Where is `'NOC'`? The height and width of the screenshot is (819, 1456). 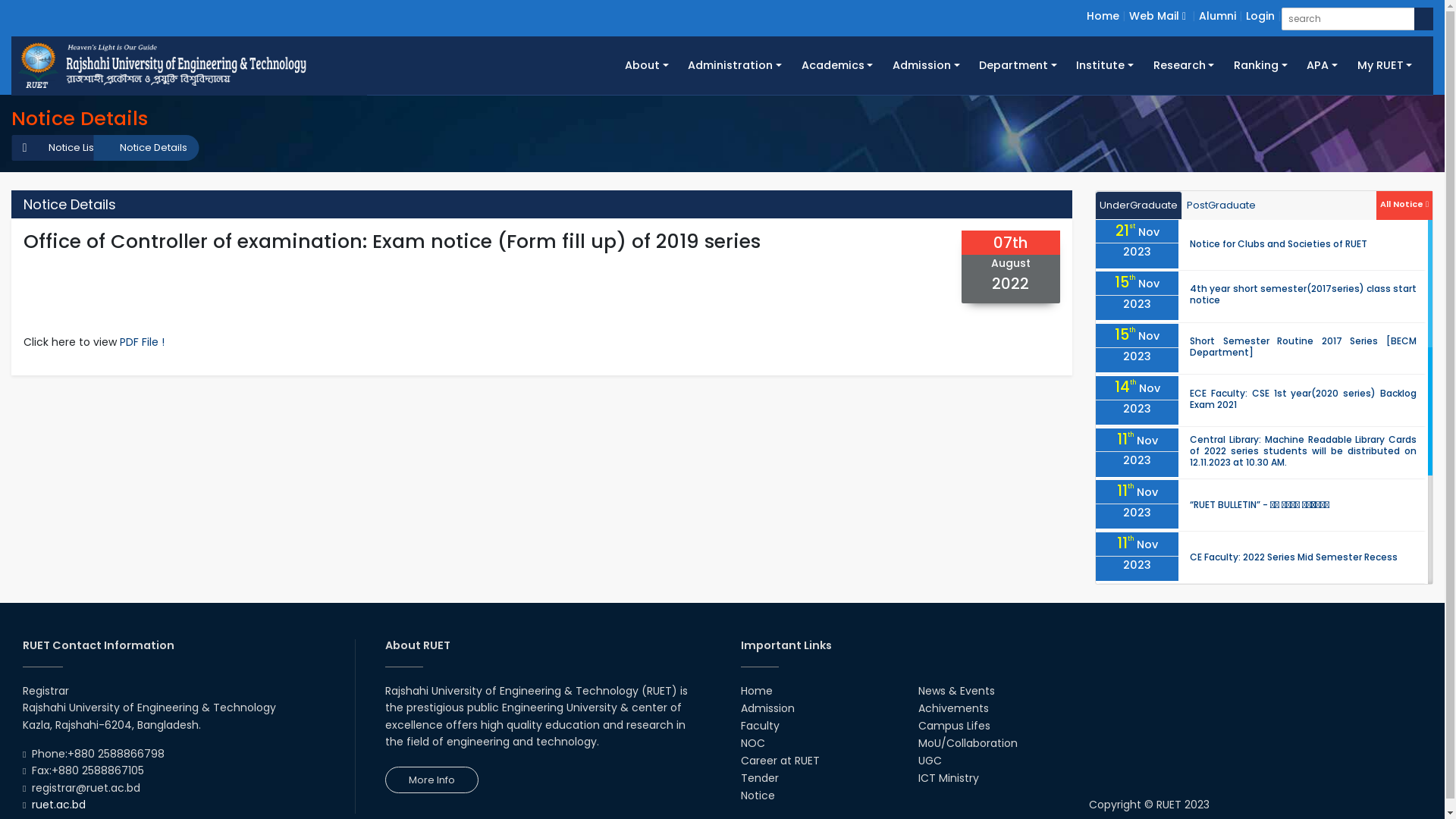 'NOC' is located at coordinates (752, 742).